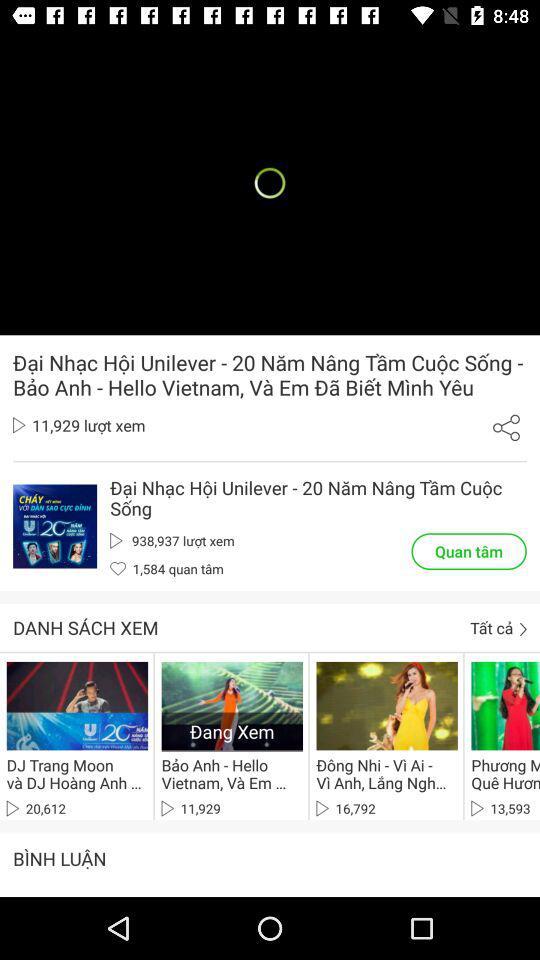  What do you see at coordinates (387, 705) in the screenshot?
I see `the second image from the bottom left` at bounding box center [387, 705].